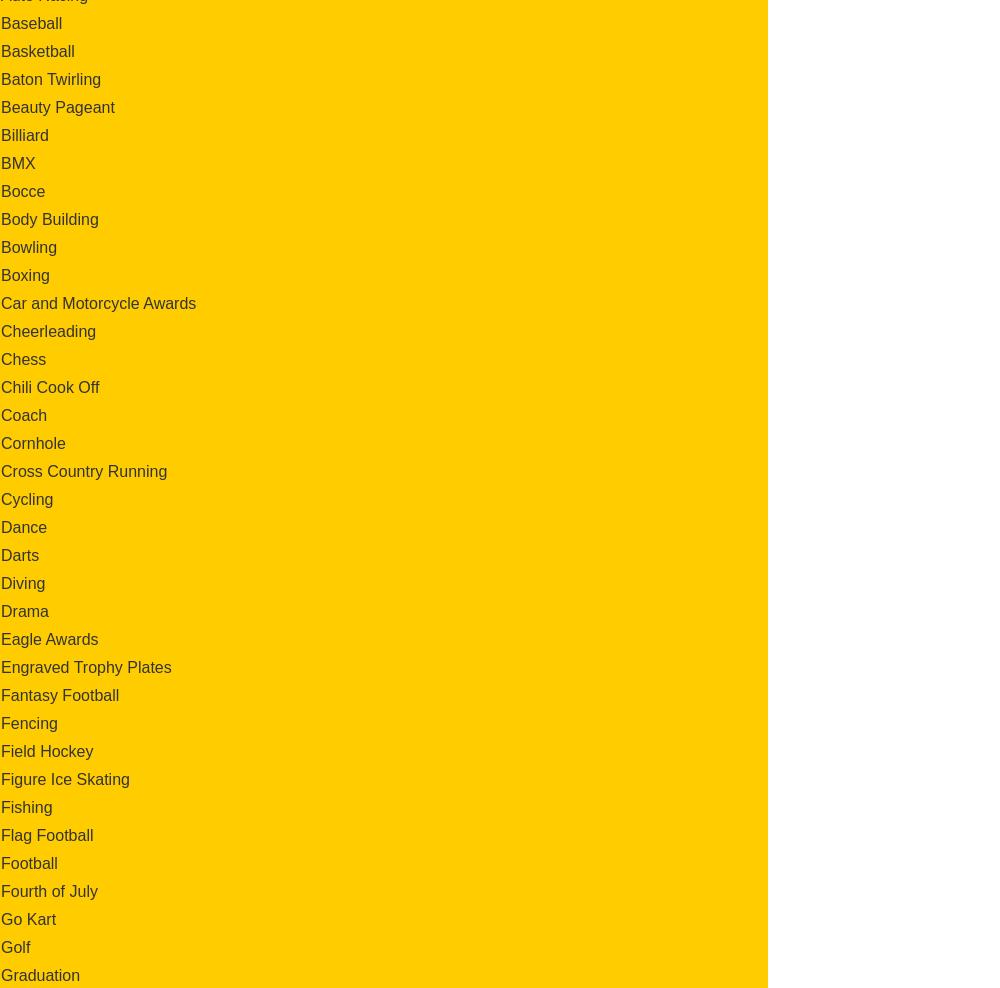 The width and height of the screenshot is (1000, 988). What do you see at coordinates (29, 246) in the screenshot?
I see `'Bowling'` at bounding box center [29, 246].